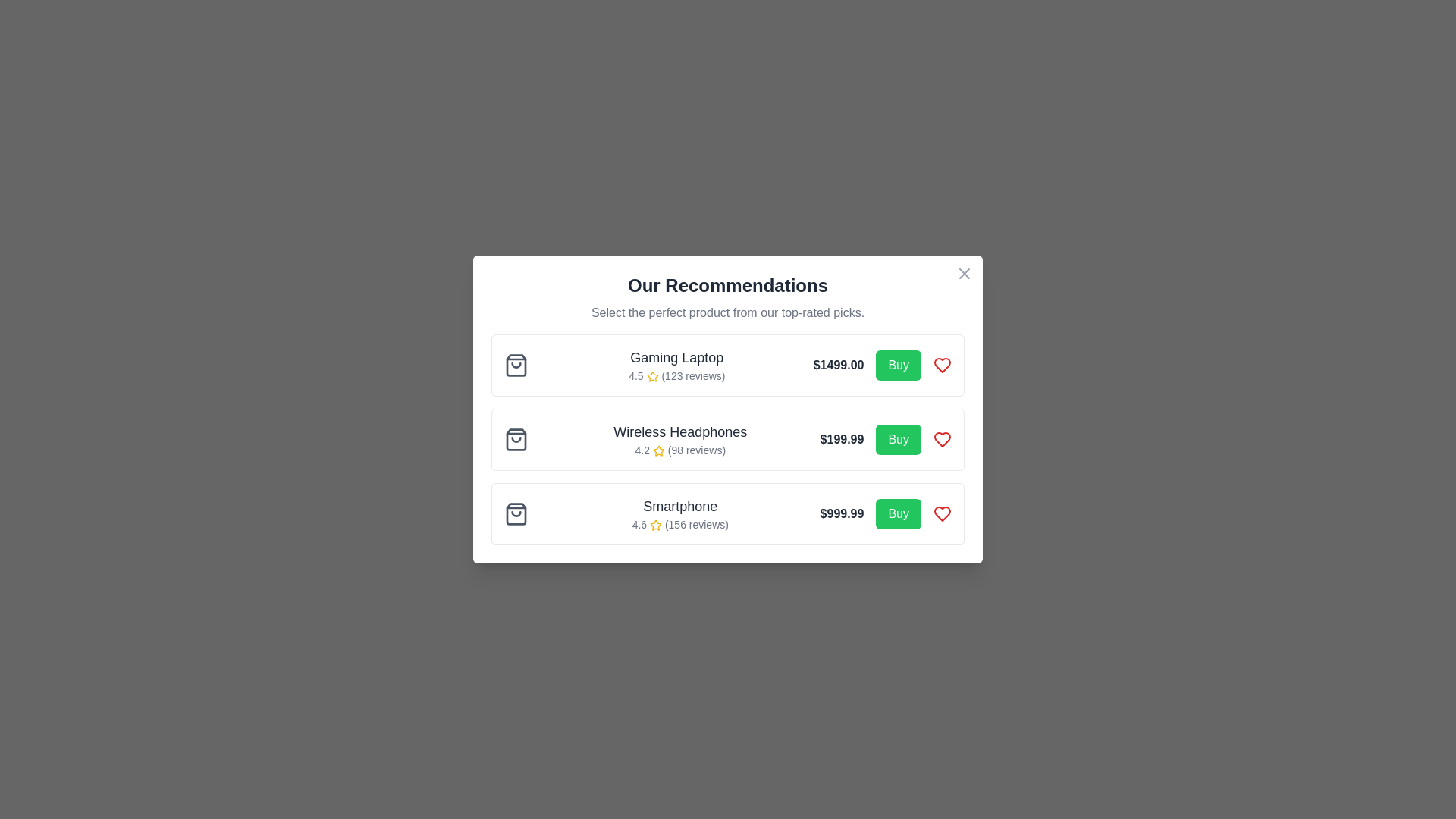 The width and height of the screenshot is (1456, 819). I want to click on the Informational Display element for the 'Smartphone' located in the third row under 'Our Recommendations' to access more details, so click(679, 513).